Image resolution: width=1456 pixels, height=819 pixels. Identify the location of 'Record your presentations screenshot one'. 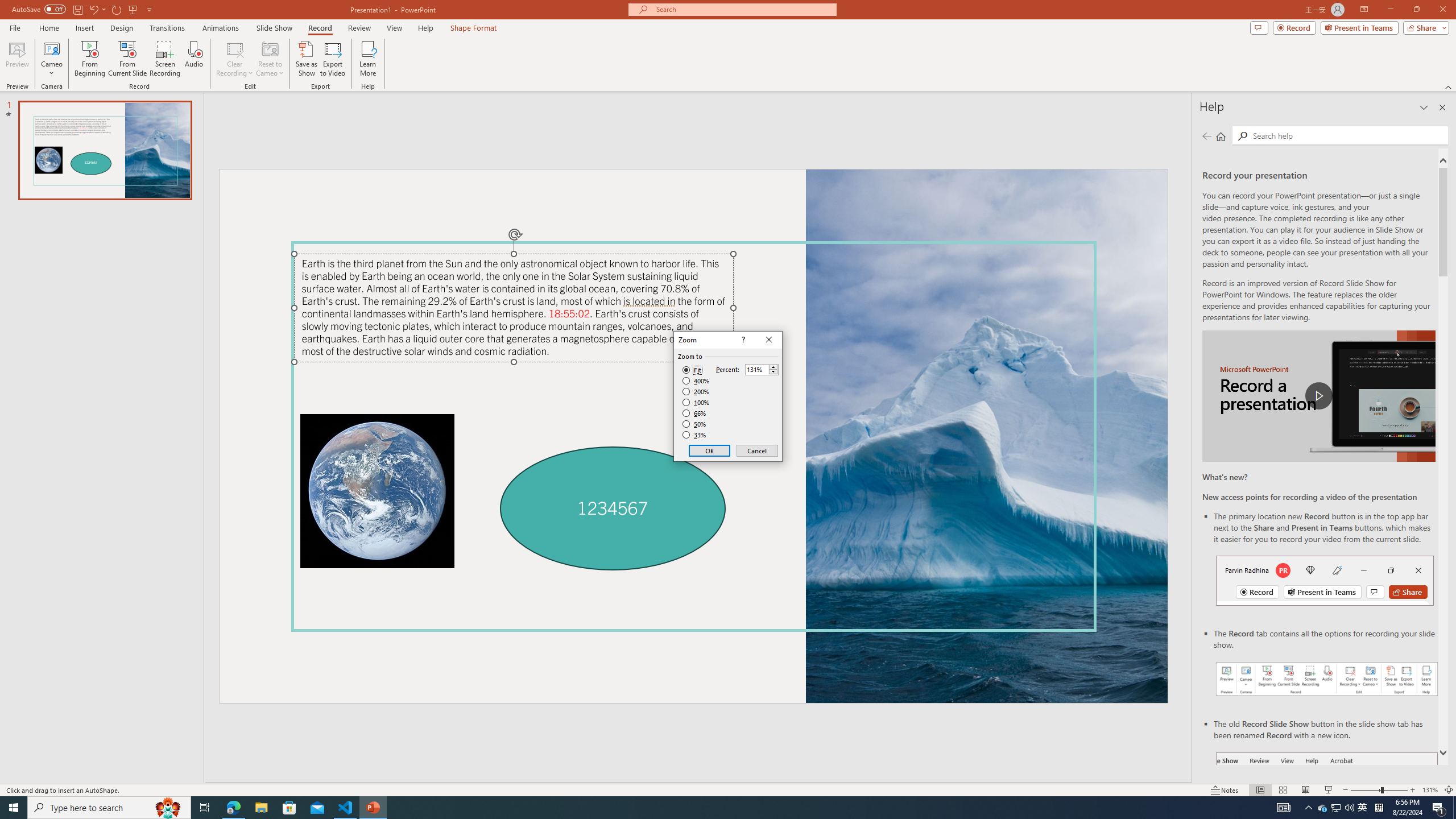
(1326, 678).